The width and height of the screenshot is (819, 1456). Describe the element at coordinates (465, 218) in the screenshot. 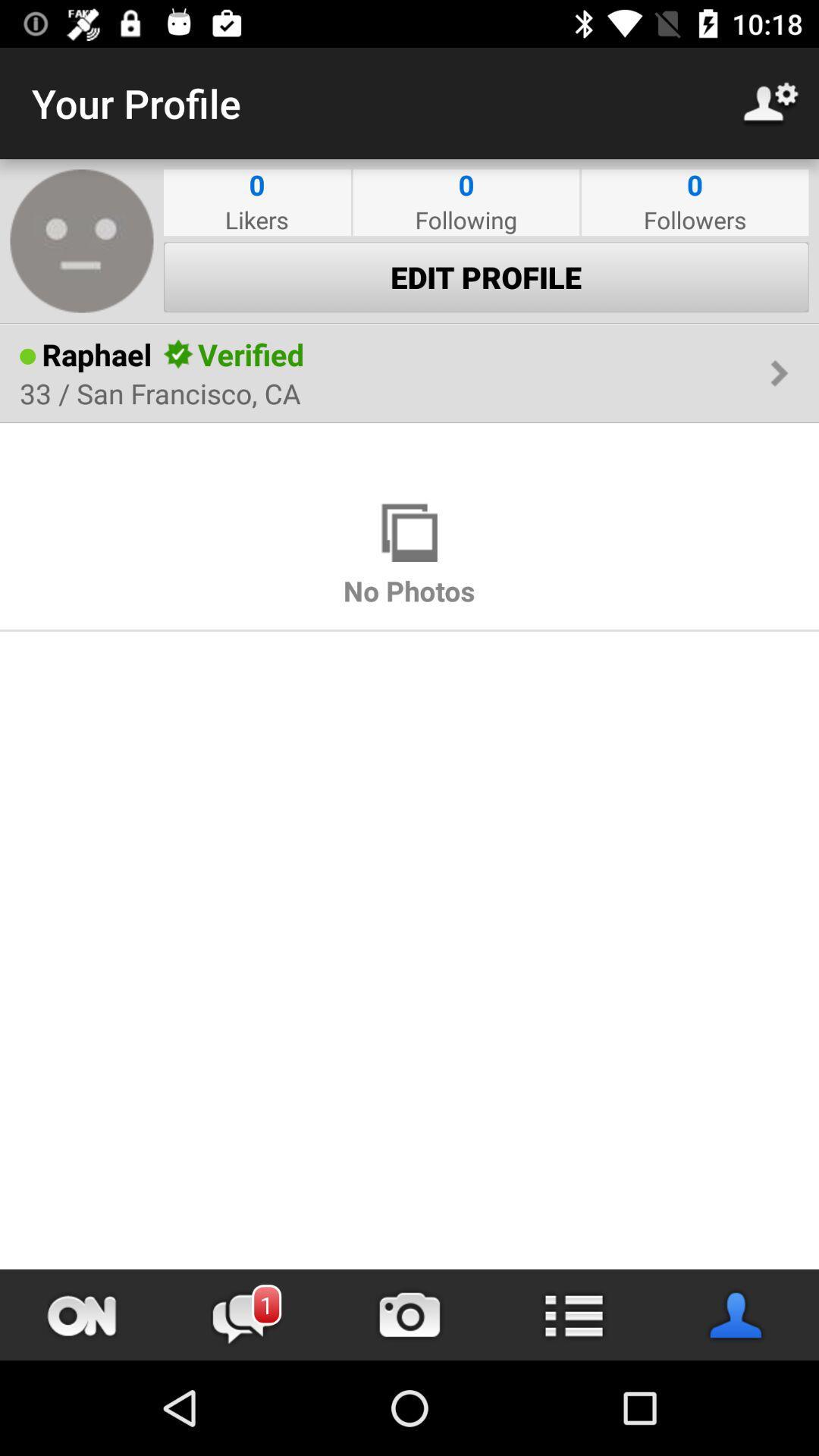

I see `item next to followers icon` at that location.